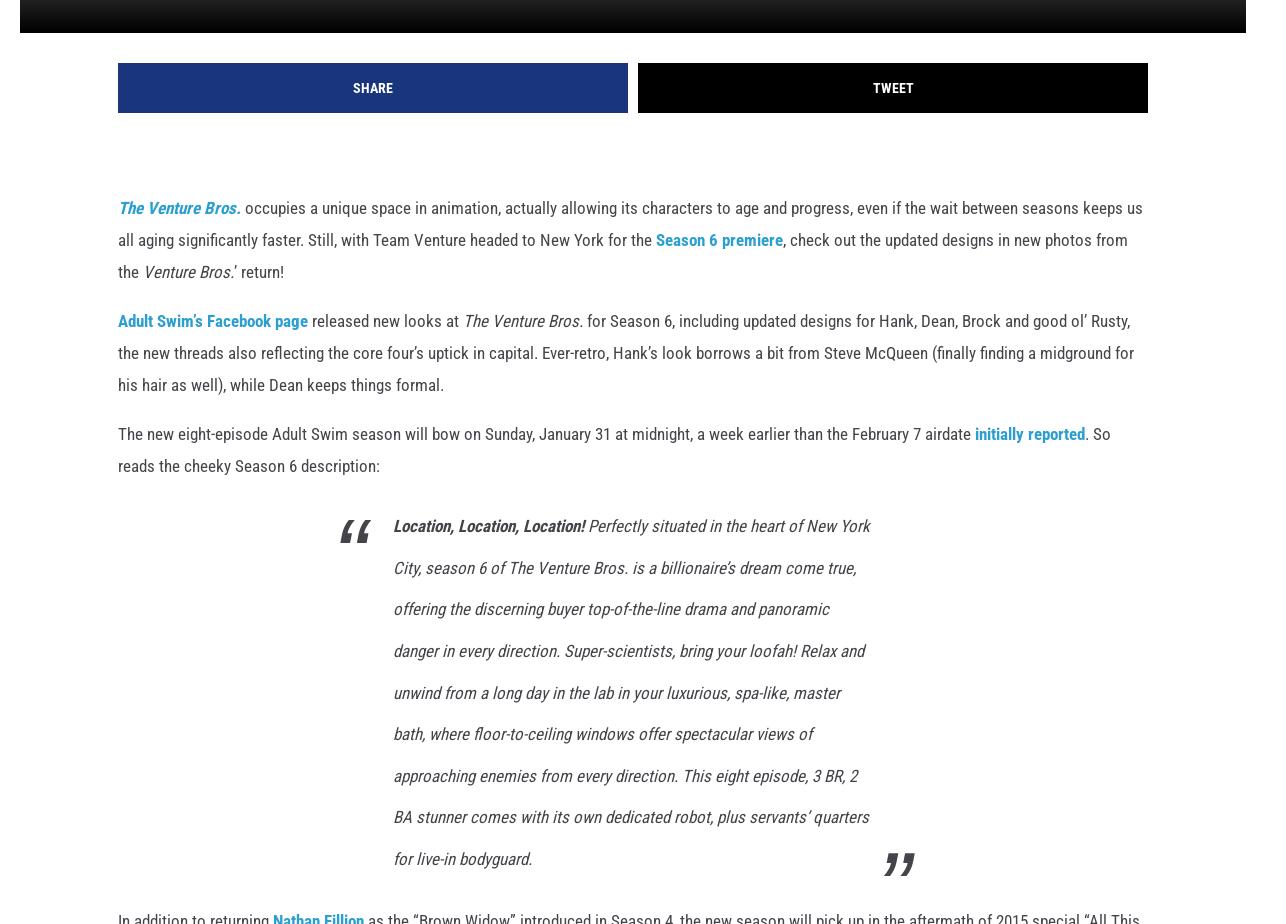 The width and height of the screenshot is (1286, 924). Describe the element at coordinates (384, 352) in the screenshot. I see `'released new looks at'` at that location.